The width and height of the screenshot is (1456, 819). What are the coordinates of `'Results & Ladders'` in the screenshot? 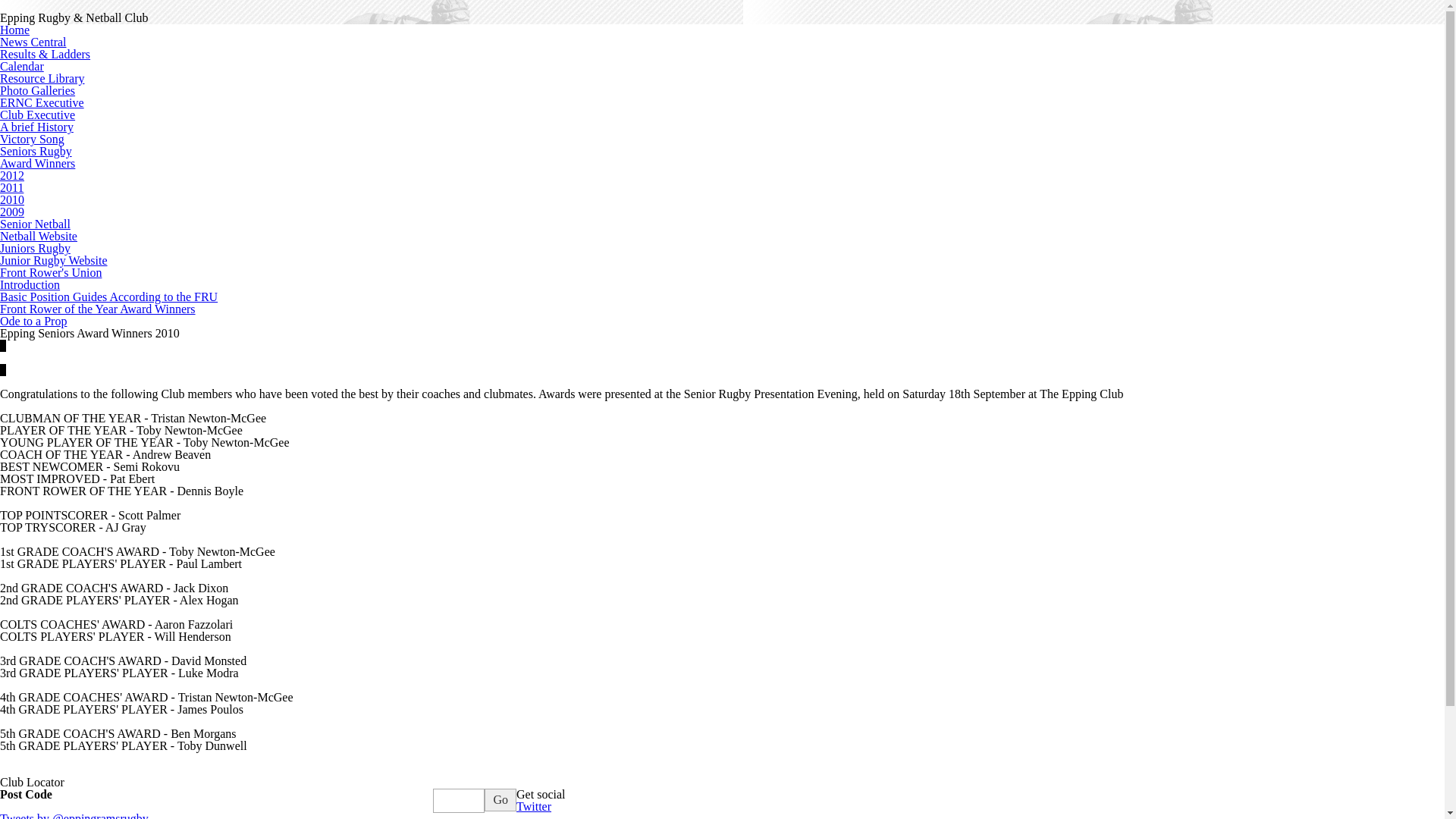 It's located at (45, 53).